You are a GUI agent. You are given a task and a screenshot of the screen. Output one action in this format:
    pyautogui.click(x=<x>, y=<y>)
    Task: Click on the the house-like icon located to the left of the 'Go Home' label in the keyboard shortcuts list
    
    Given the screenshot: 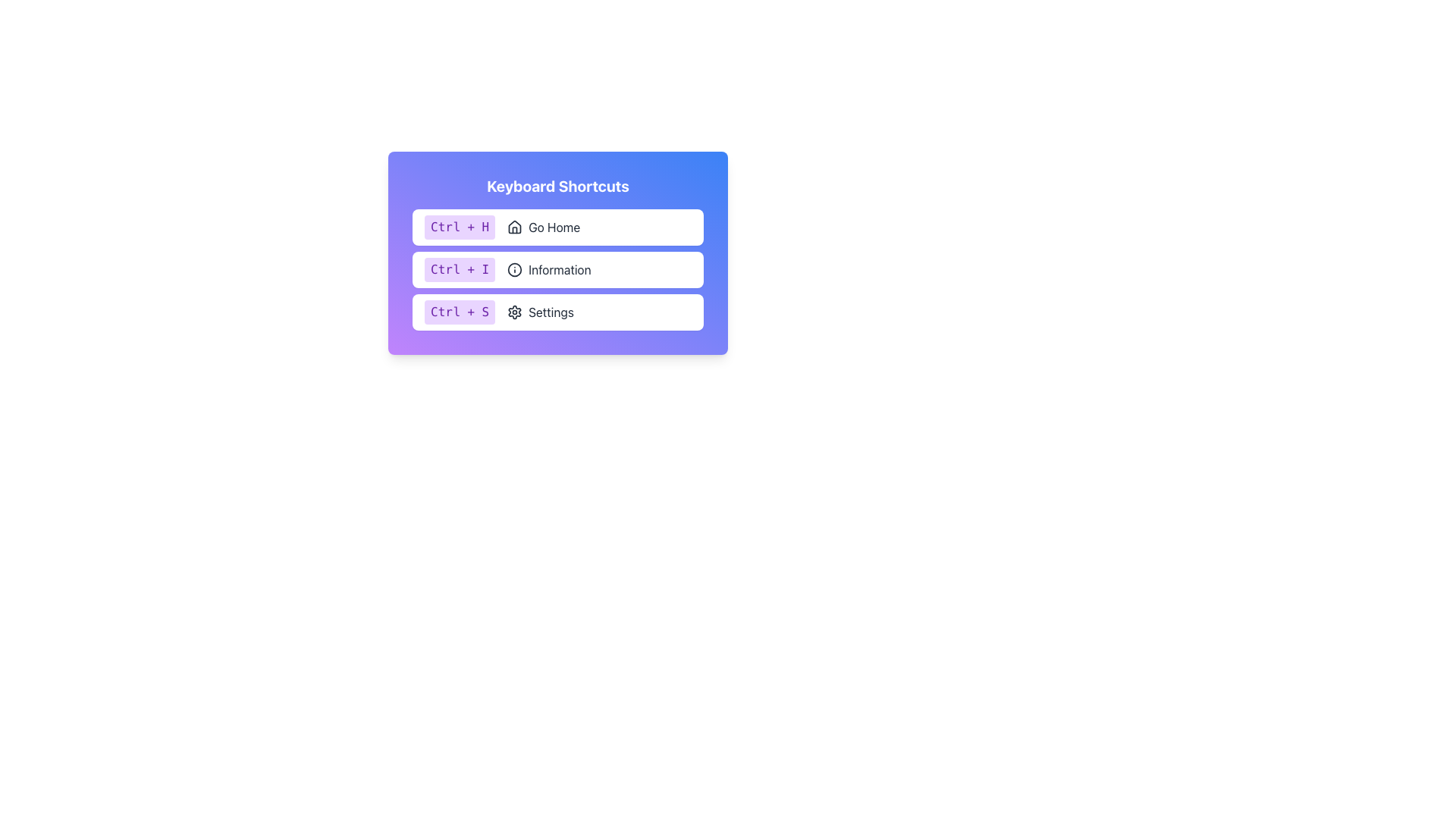 What is the action you would take?
    pyautogui.click(x=515, y=227)
    